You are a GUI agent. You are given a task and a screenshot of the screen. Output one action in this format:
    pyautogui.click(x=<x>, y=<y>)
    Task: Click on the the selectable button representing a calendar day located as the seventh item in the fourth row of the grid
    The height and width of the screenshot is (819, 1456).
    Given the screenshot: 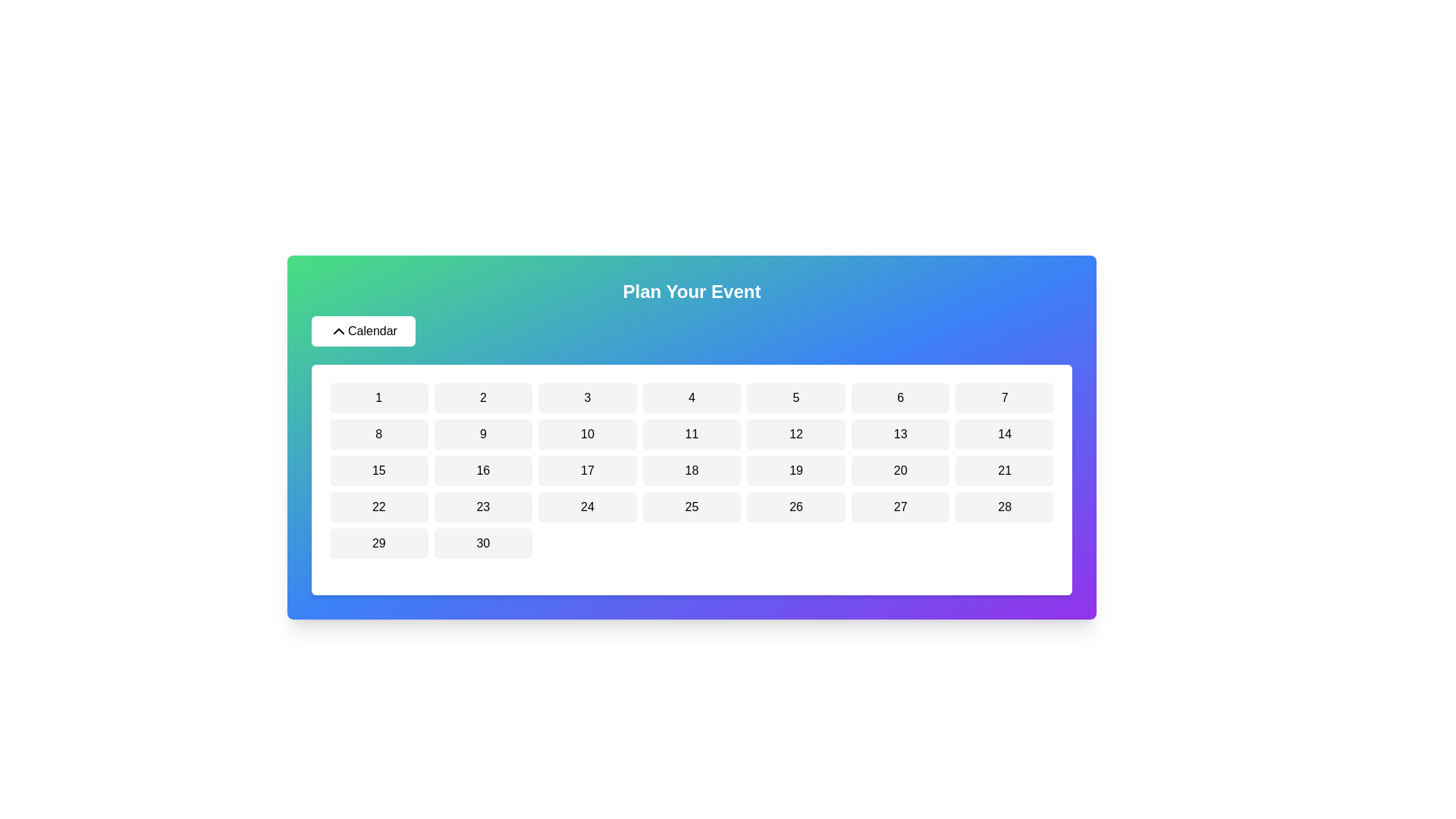 What is the action you would take?
    pyautogui.click(x=378, y=507)
    